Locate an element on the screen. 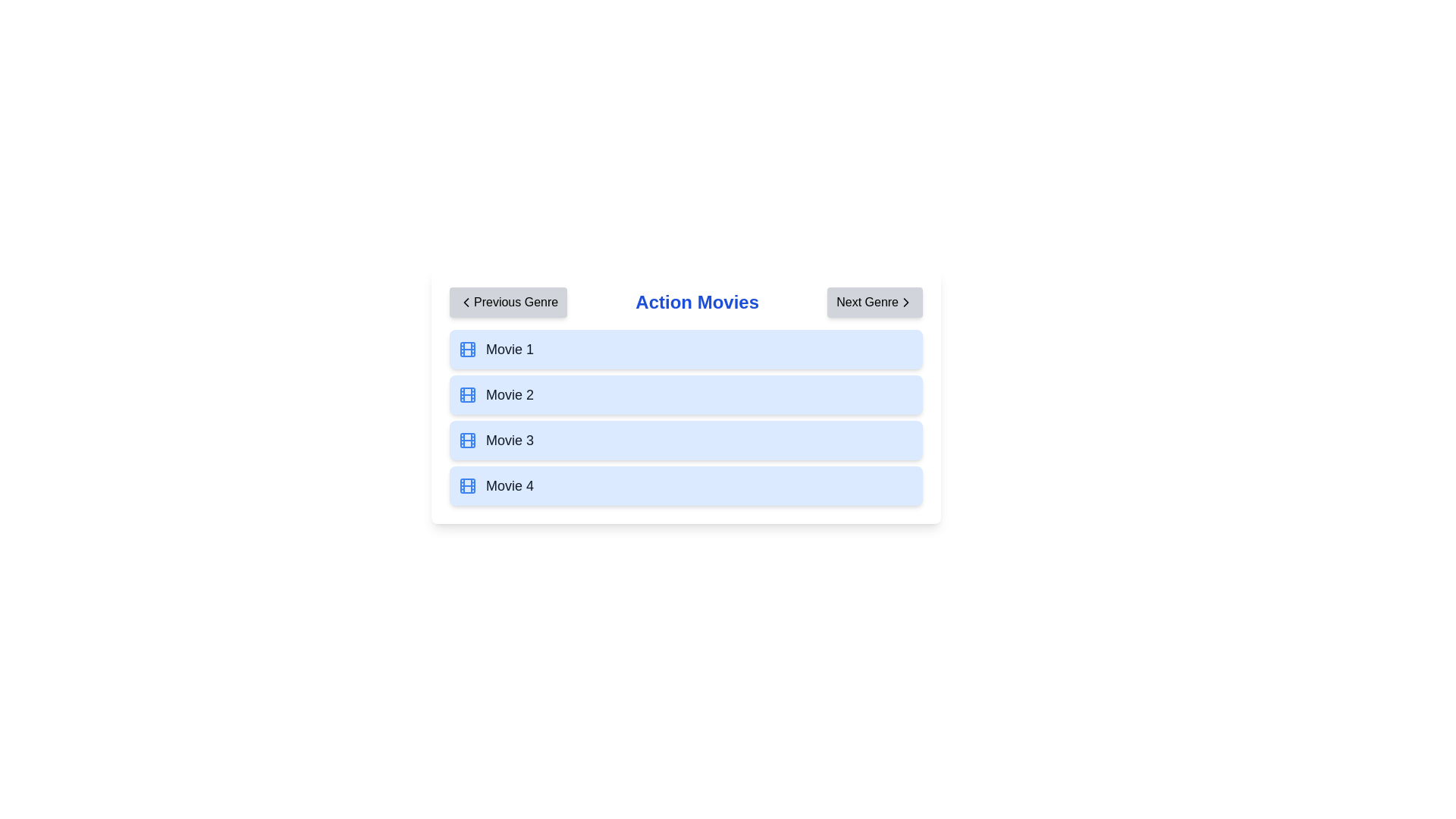  the navigation button located on the left side of the control section is located at coordinates (508, 302).